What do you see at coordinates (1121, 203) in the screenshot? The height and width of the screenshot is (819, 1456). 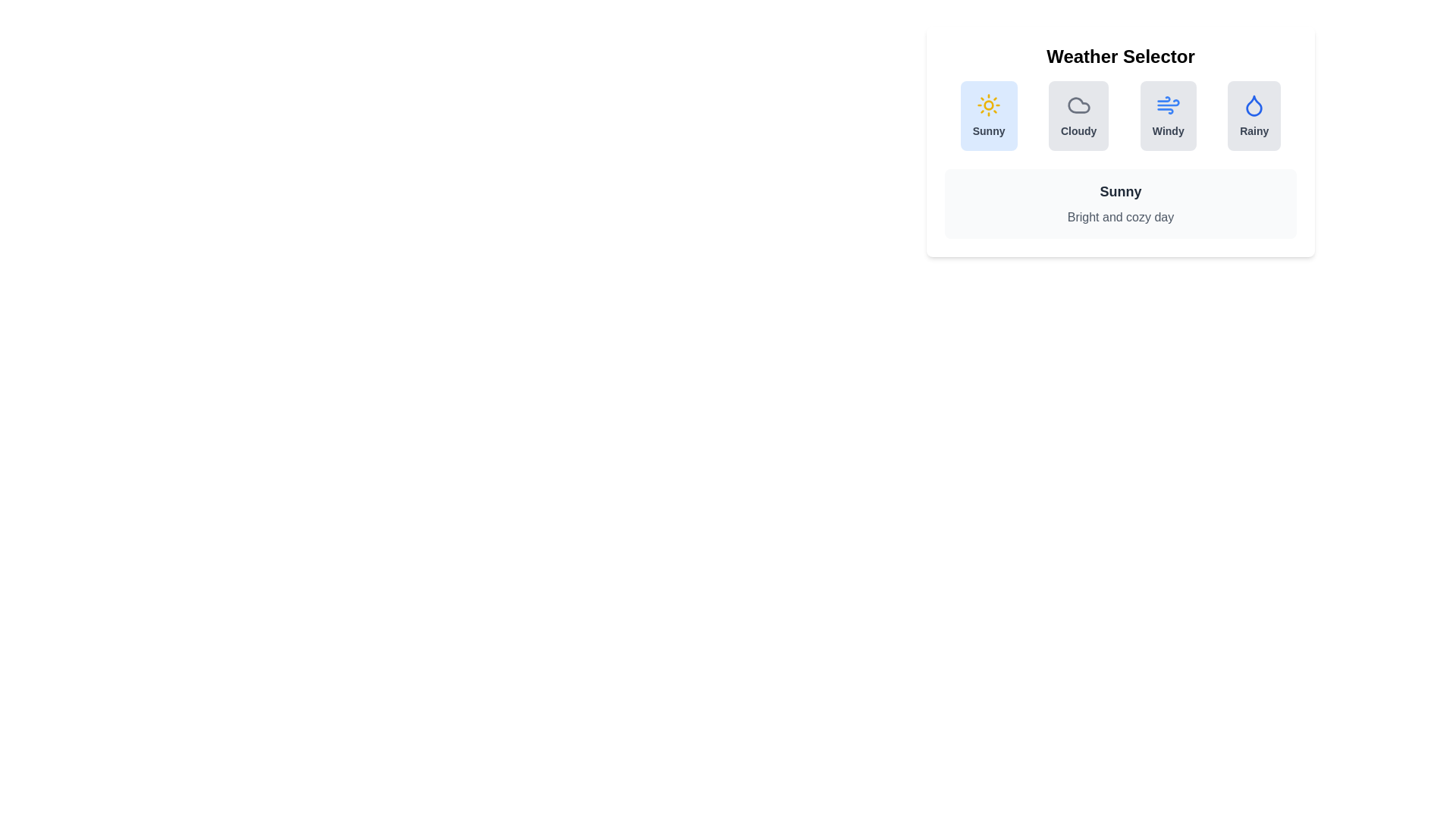 I see `the Information card located at the bottom of the 'Weather Selector' card to read its description about the 'Sunny' weather condition` at bounding box center [1121, 203].